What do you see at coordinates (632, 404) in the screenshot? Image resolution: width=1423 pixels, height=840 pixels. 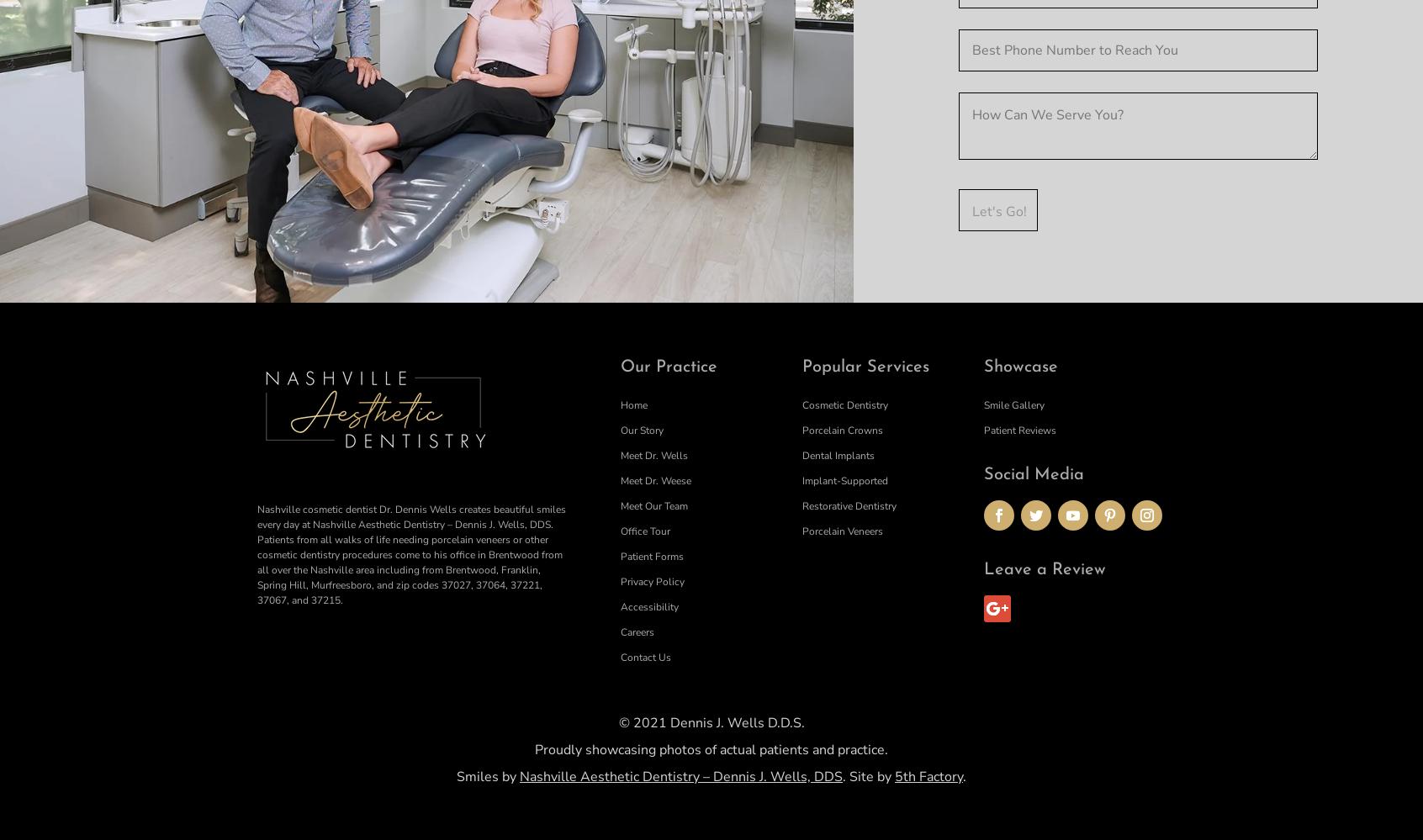 I see `'Home'` at bounding box center [632, 404].